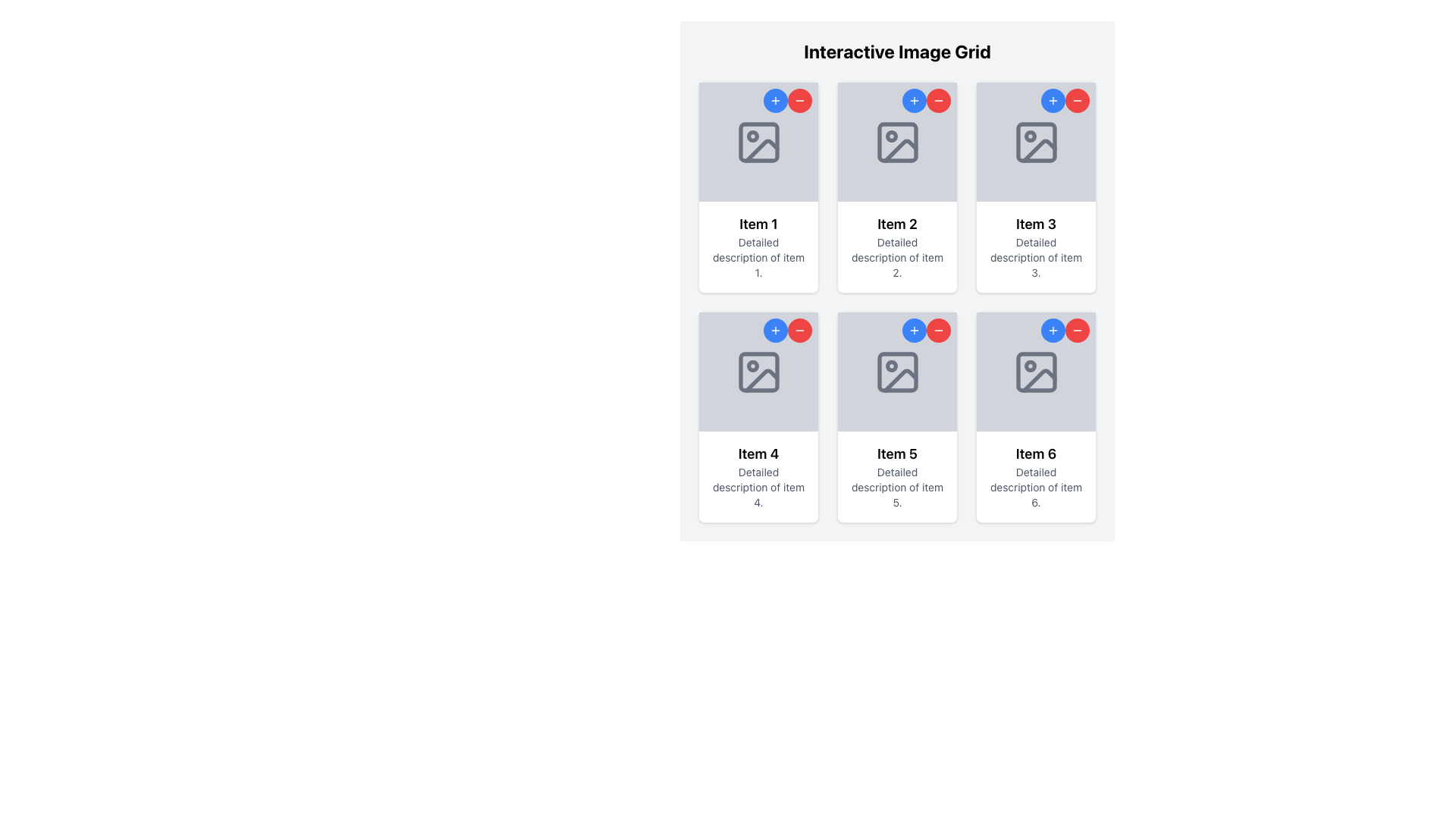  Describe the element at coordinates (775, 100) in the screenshot. I see `the small circular blue button with a white 'plus' icon located above the first item in the image grid` at that location.